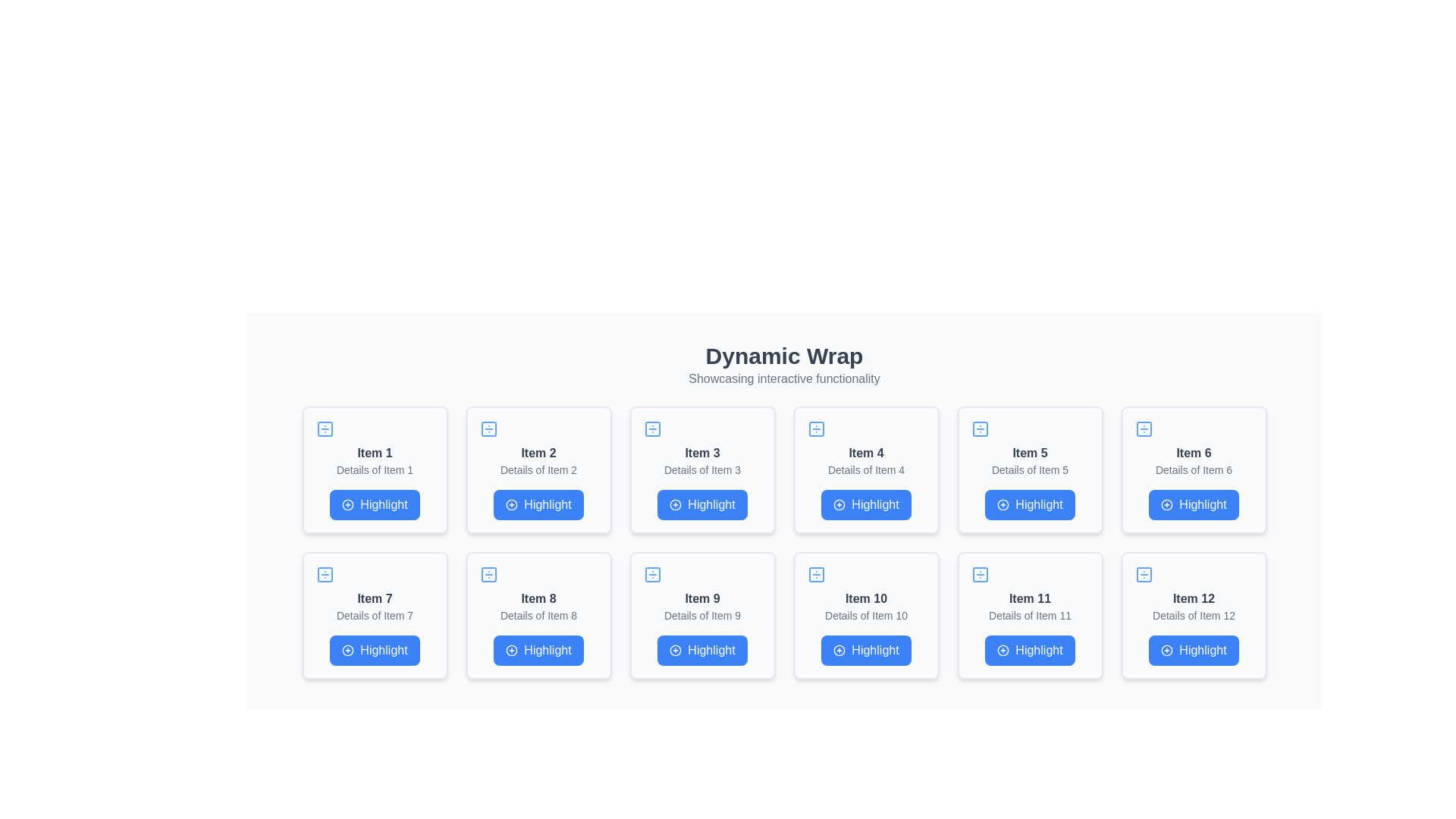 The width and height of the screenshot is (1456, 819). I want to click on the static text element located below the bold heading 'Dynamic Wrap', which features a gray text style and serves as a subtitle or explanatory note, so click(784, 378).